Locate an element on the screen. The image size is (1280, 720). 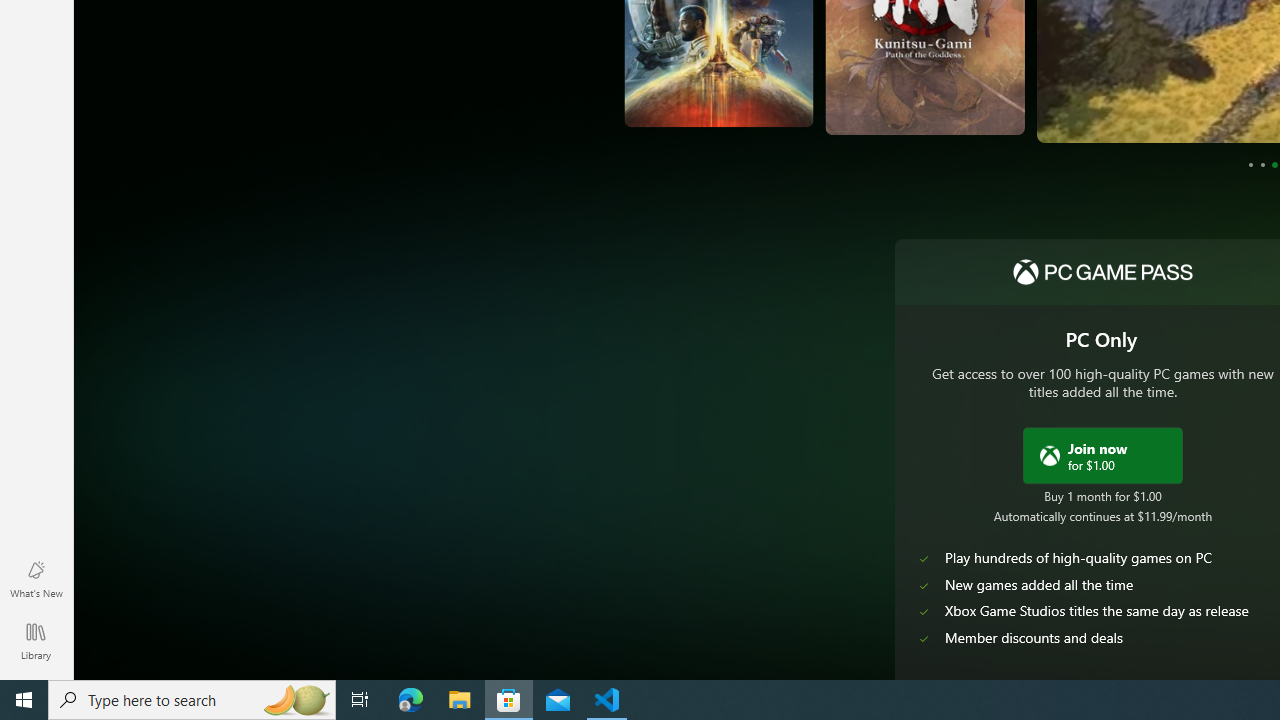
'Join PC Game Pass now for $1.00' is located at coordinates (1101, 455).